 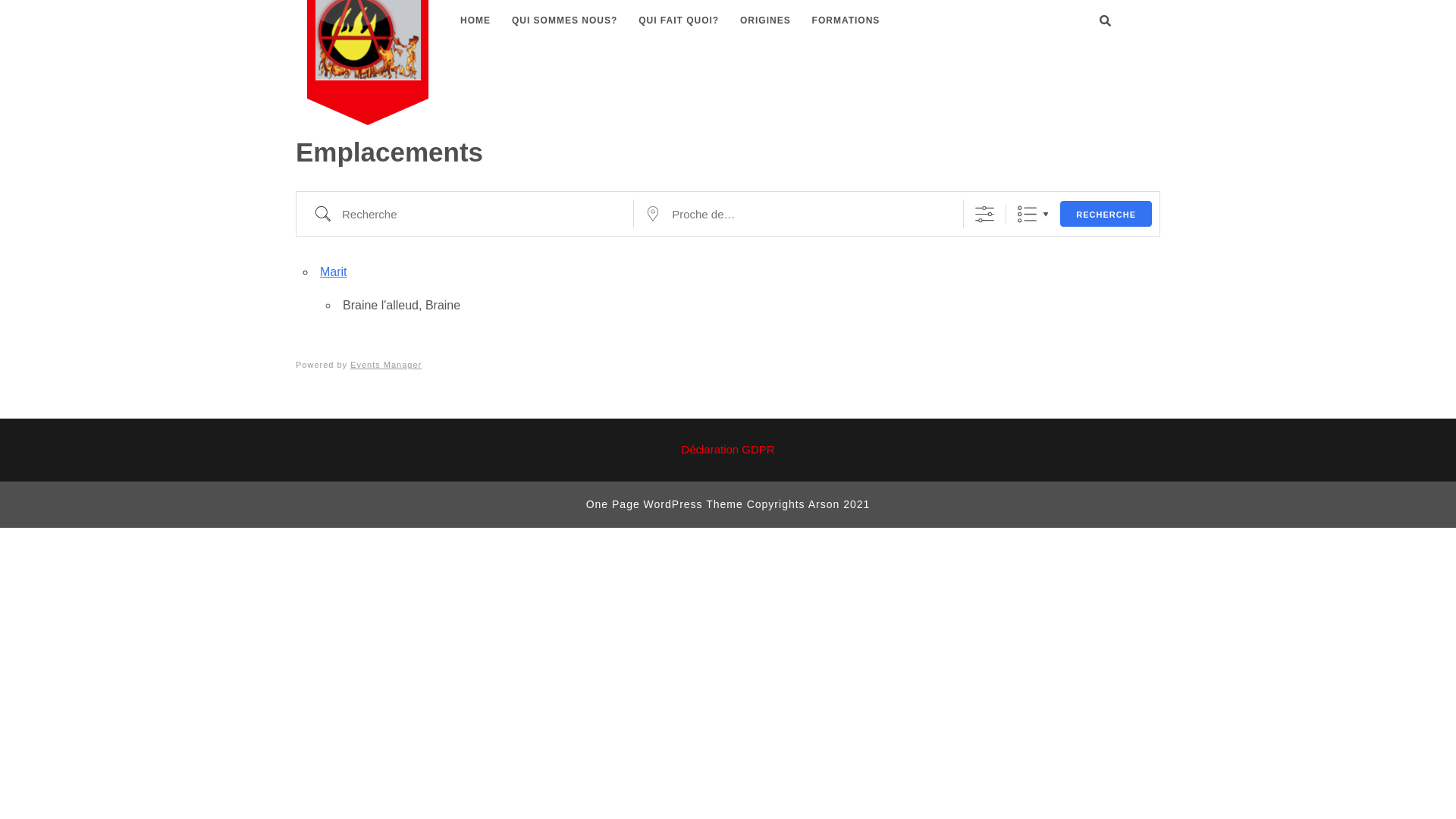 I want to click on 'ORIGINES', so click(x=765, y=20).